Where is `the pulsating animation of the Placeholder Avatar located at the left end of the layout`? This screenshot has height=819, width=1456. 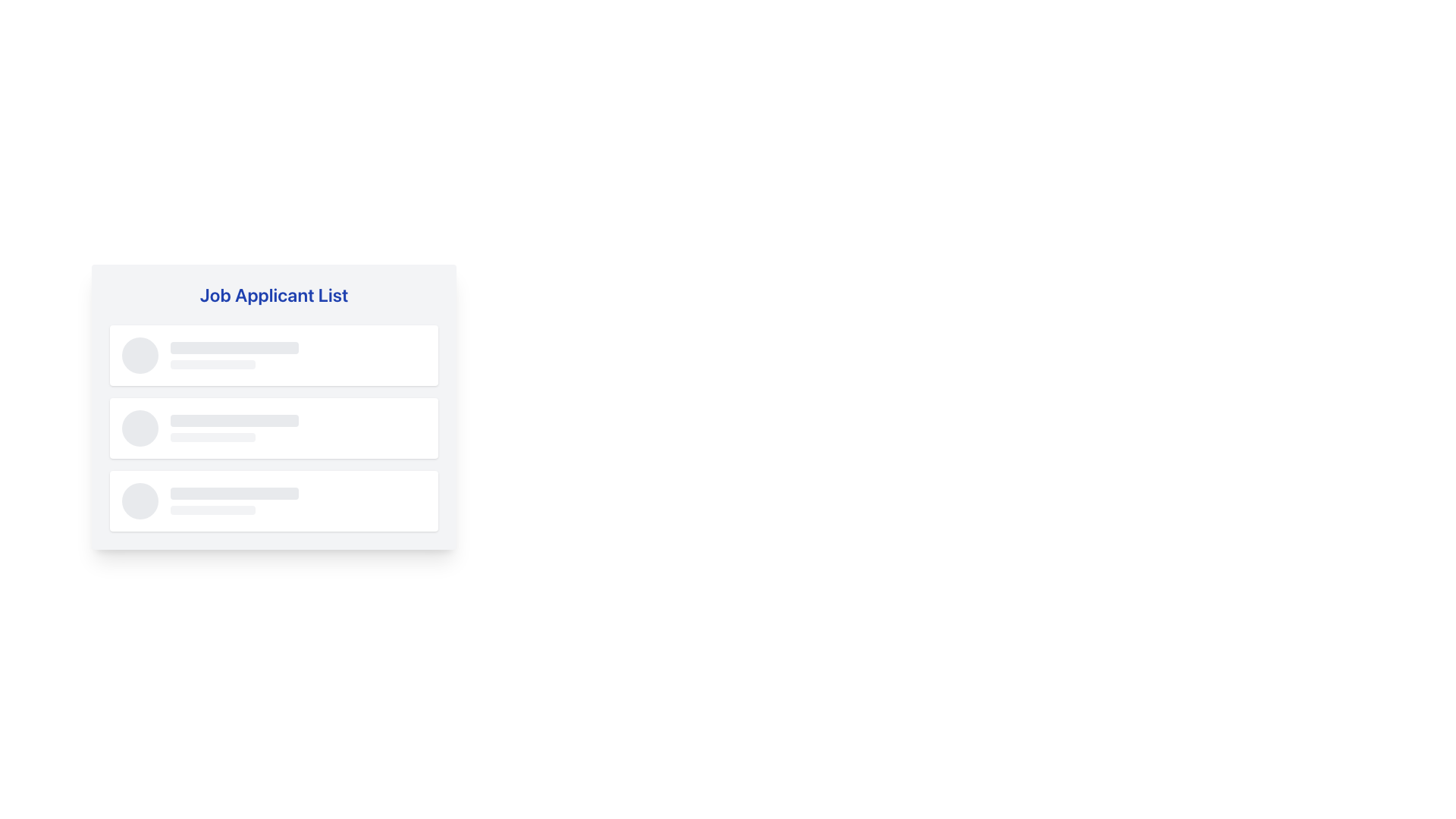 the pulsating animation of the Placeholder Avatar located at the left end of the layout is located at coordinates (140, 428).